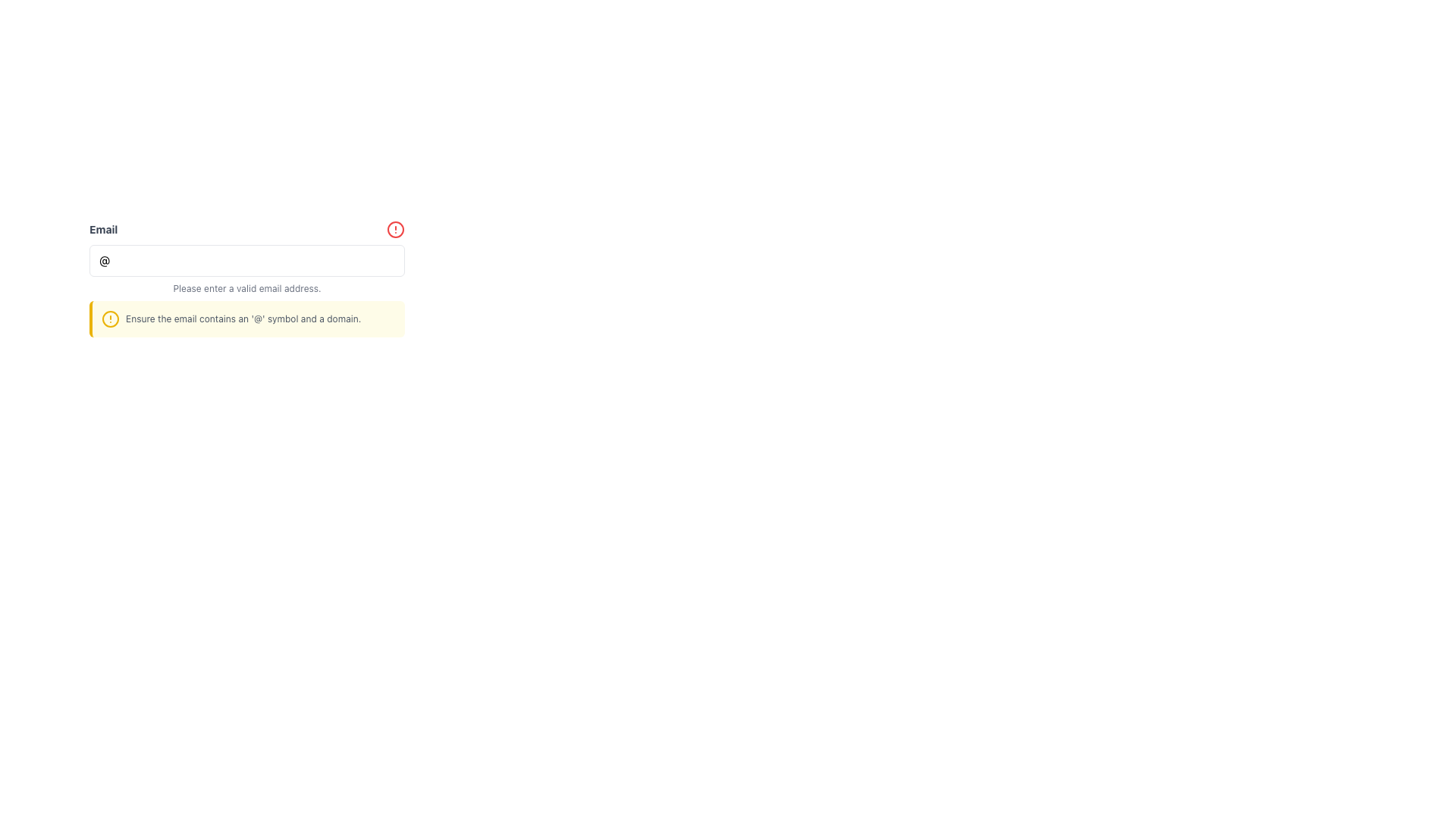  What do you see at coordinates (396, 230) in the screenshot?
I see `the error or warning icon located to the right of the 'Email' label at the top of the form` at bounding box center [396, 230].